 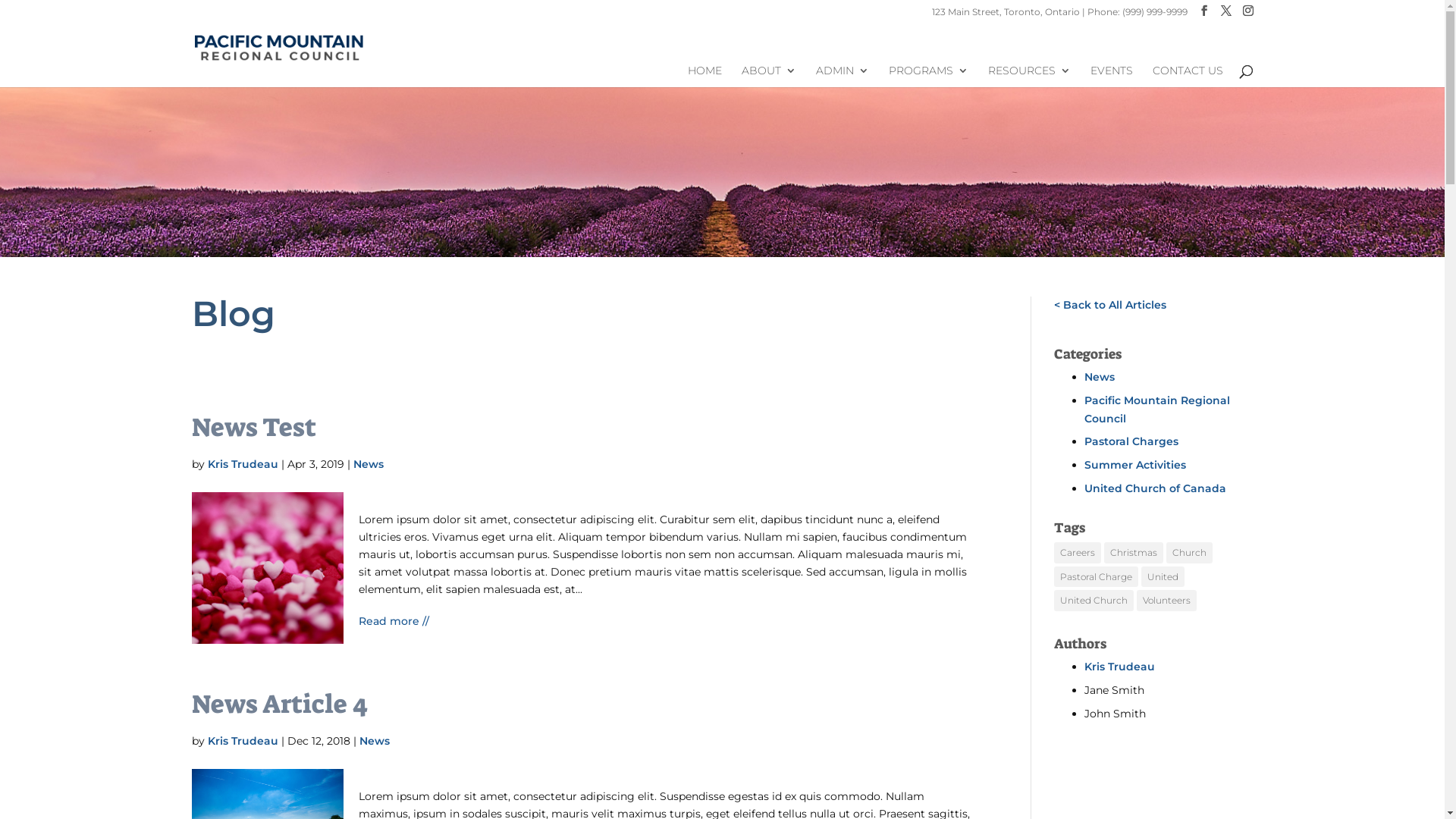 I want to click on 'United Church of Canada', so click(x=1154, y=488).